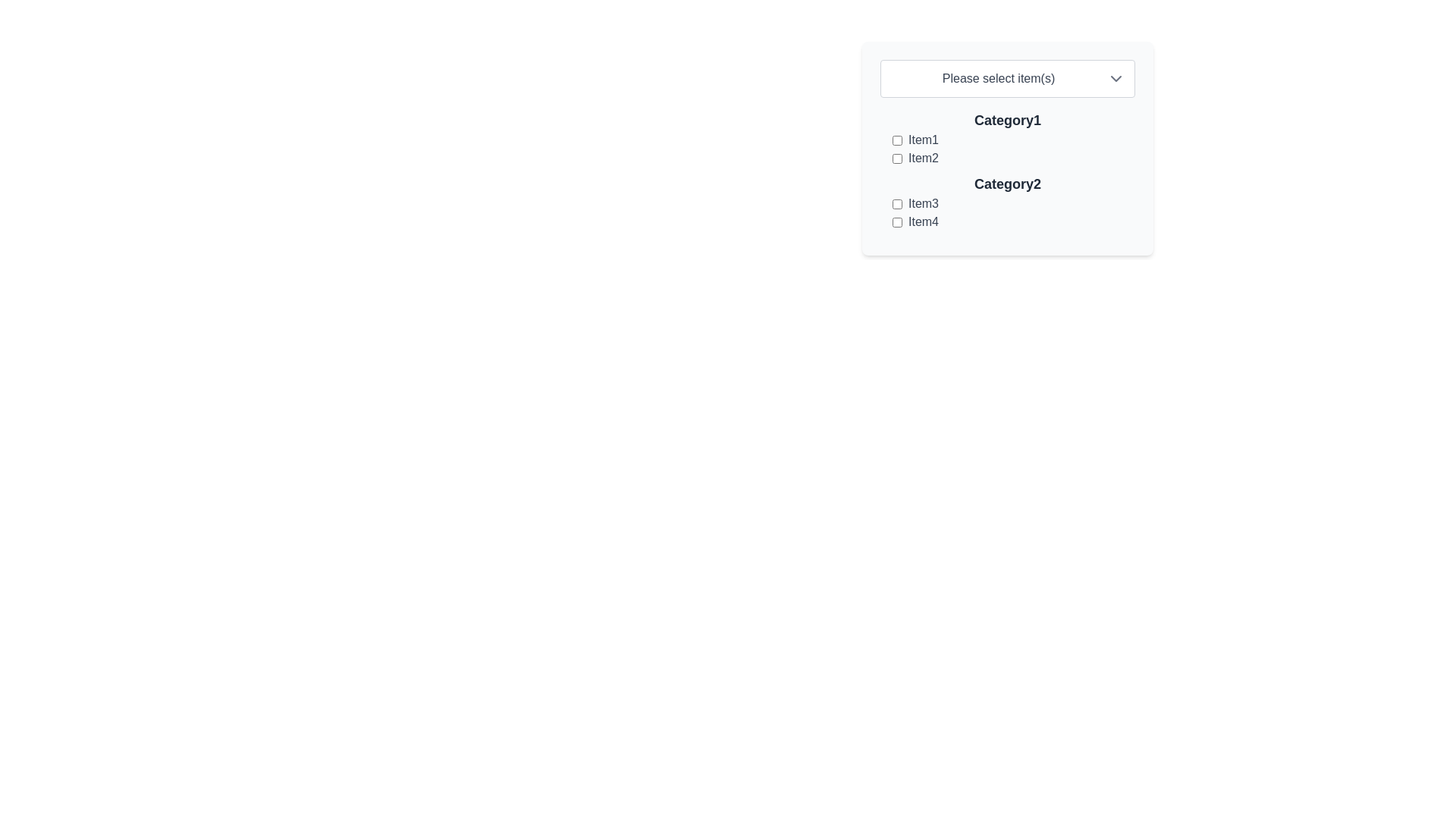 This screenshot has height=819, width=1456. I want to click on text content of the header element labeled 'Category1', which is prominently displayed in bold and dark gray color under the dropdown 'Please select item(s)', so click(1008, 119).